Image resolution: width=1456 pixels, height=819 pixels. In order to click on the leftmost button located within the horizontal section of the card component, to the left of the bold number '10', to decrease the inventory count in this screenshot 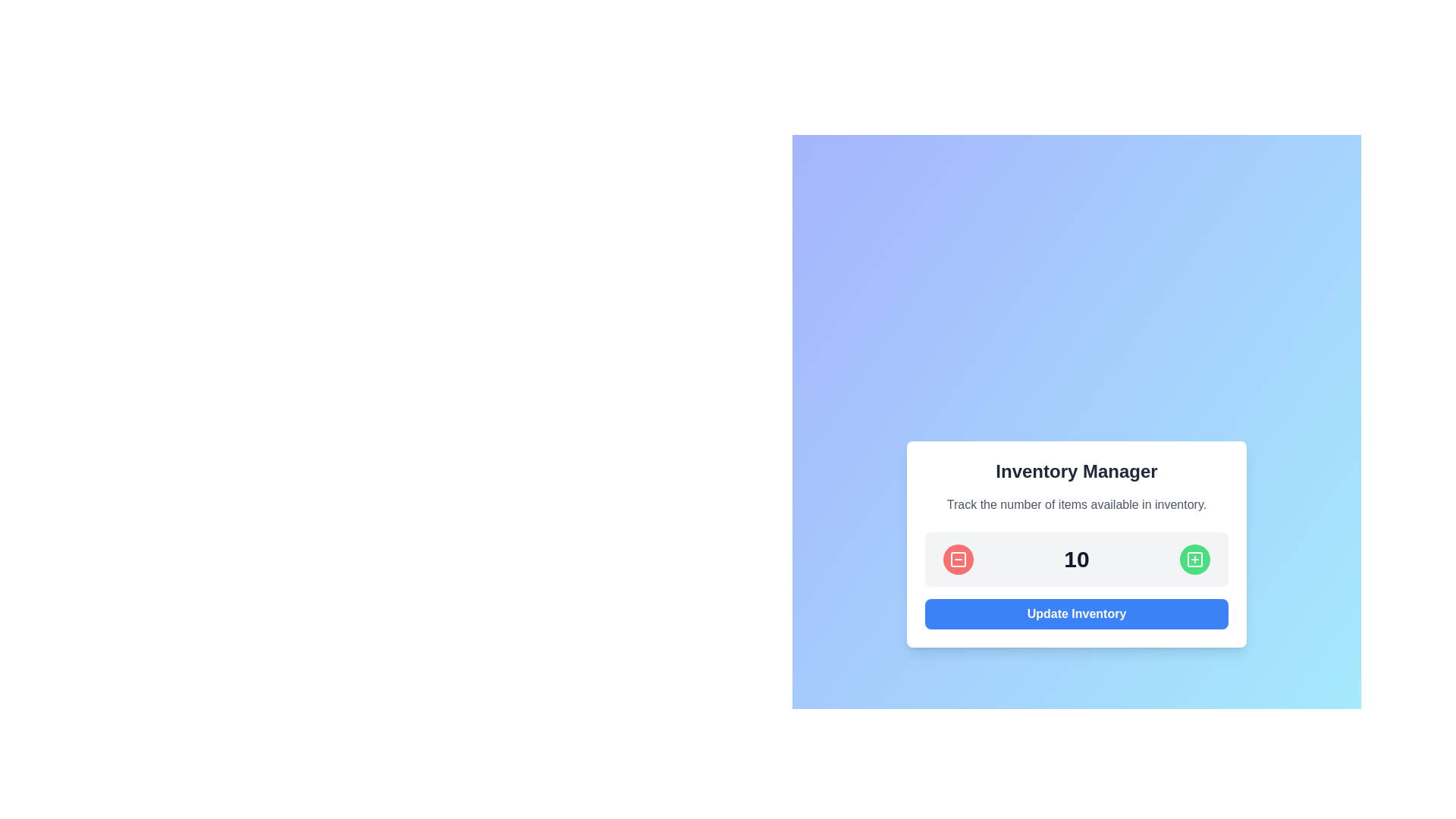, I will do `click(957, 559)`.